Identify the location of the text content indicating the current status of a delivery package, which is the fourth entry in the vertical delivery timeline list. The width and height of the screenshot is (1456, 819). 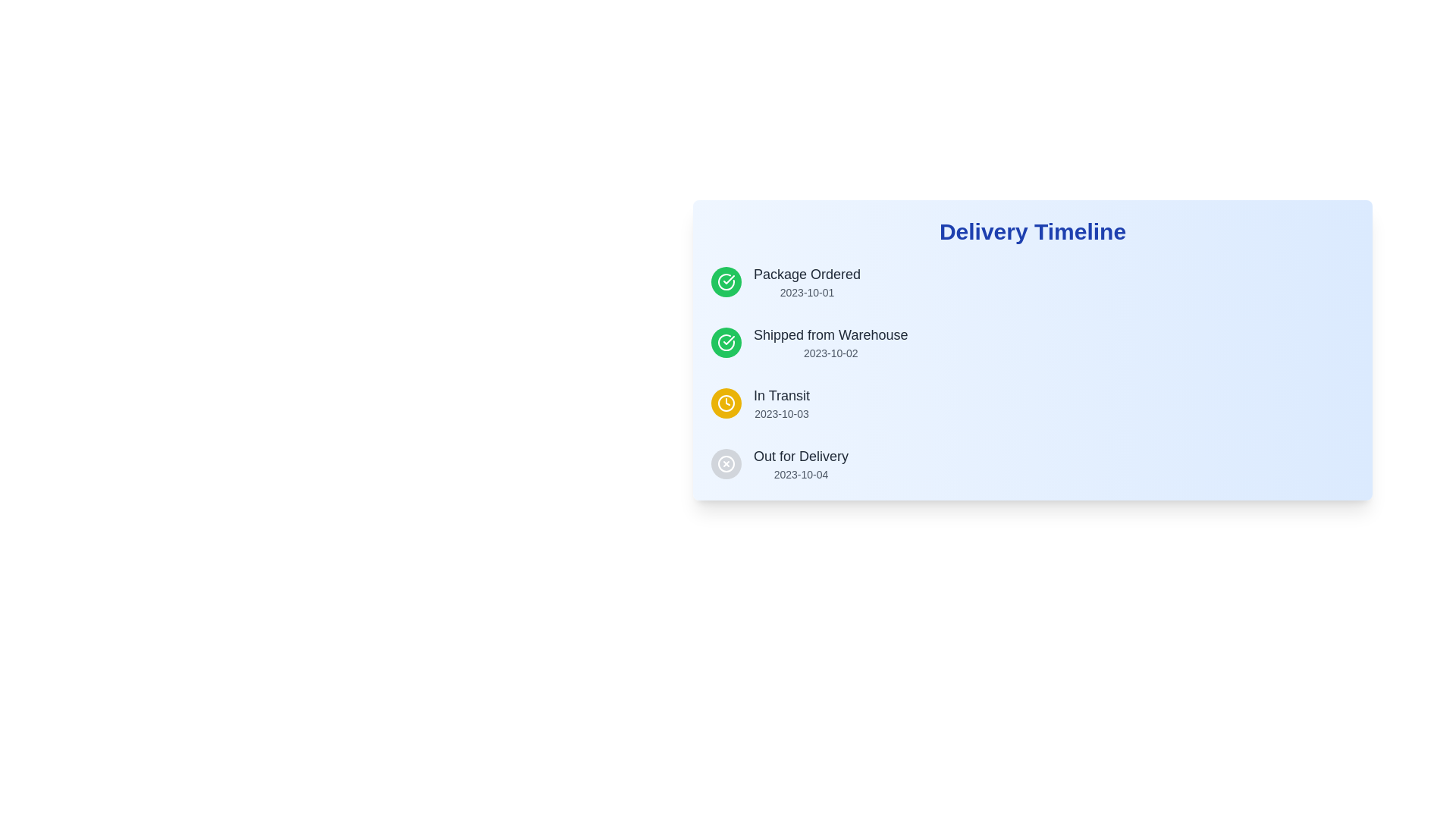
(800, 463).